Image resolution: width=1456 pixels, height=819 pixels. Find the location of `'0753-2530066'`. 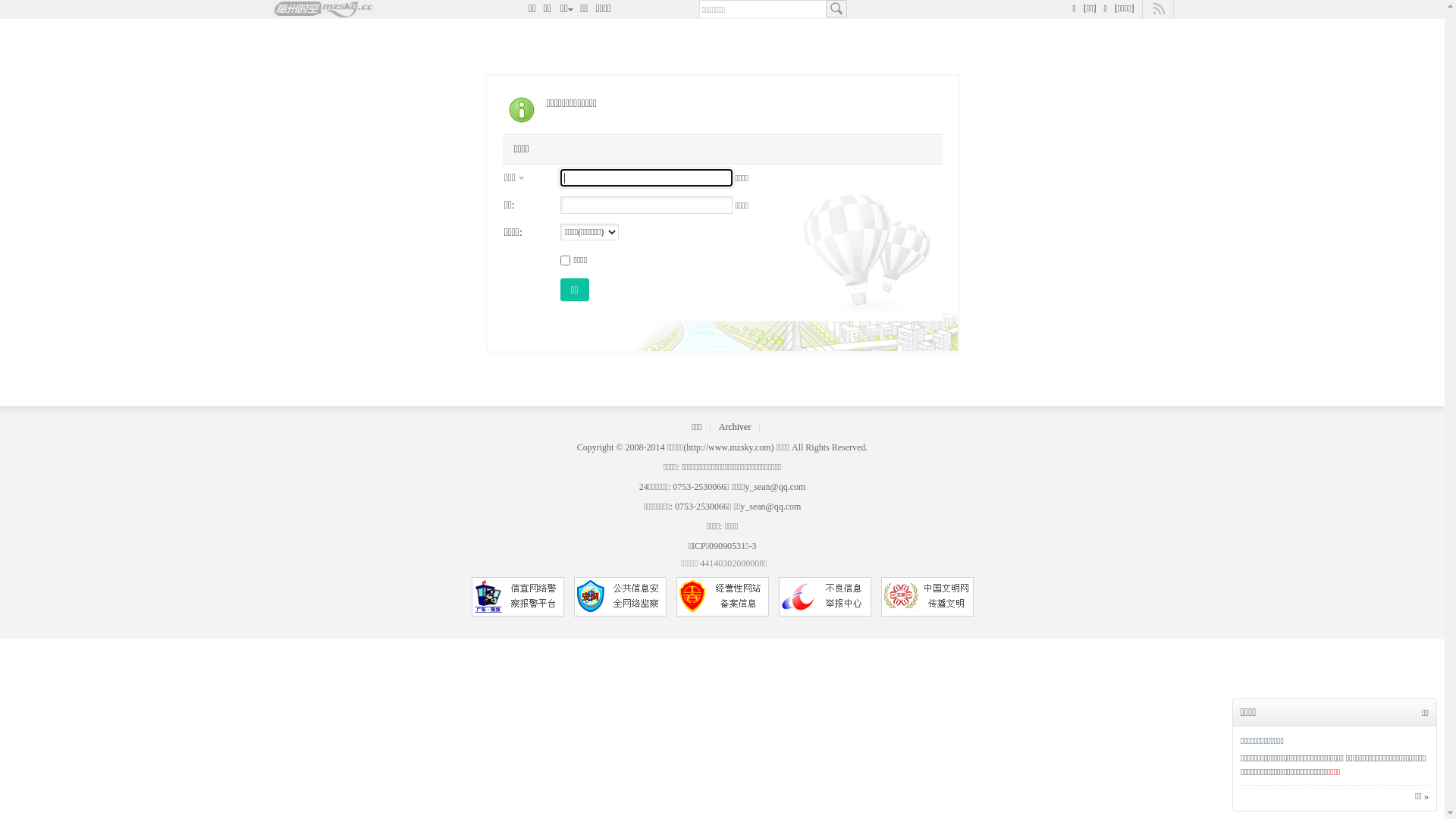

'0753-2530066' is located at coordinates (698, 486).